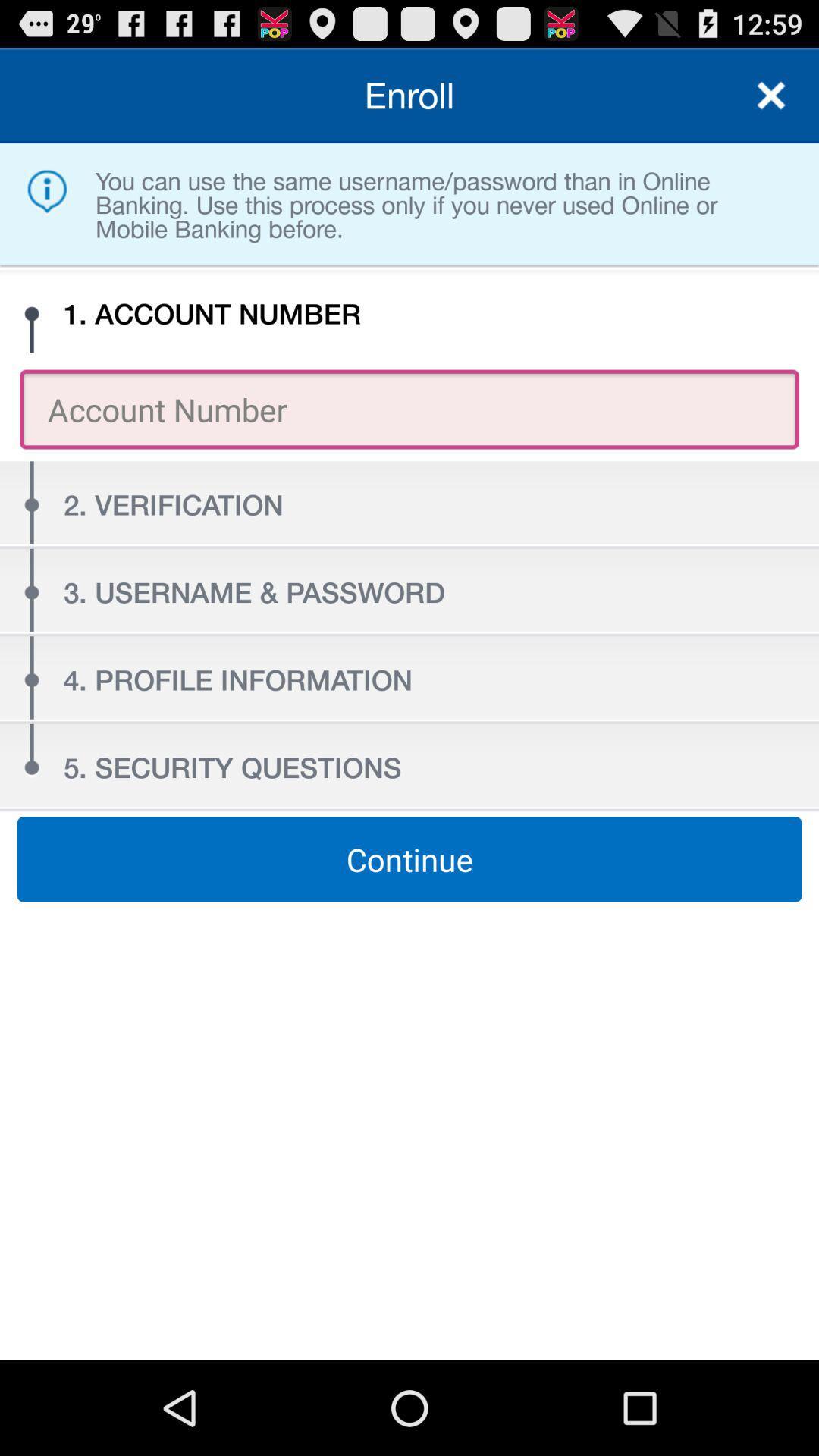  What do you see at coordinates (771, 94) in the screenshot?
I see `the item next to enroll item` at bounding box center [771, 94].